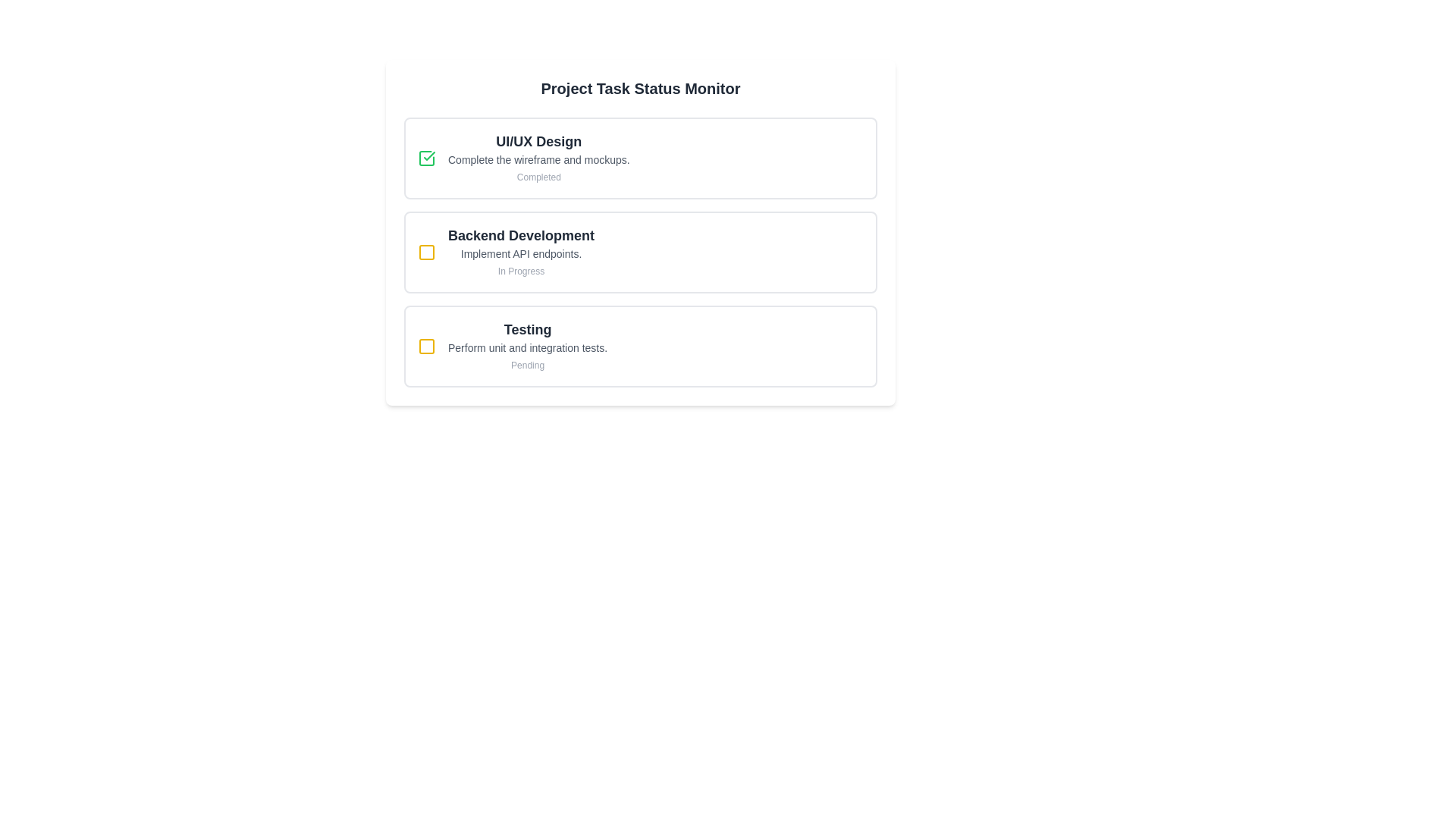 The width and height of the screenshot is (1456, 819). Describe the element at coordinates (538, 141) in the screenshot. I see `the 'UI/UX Design' text label element, which is a bold and large font title located at the top-left corner of the first task card in the project task status interface` at that location.